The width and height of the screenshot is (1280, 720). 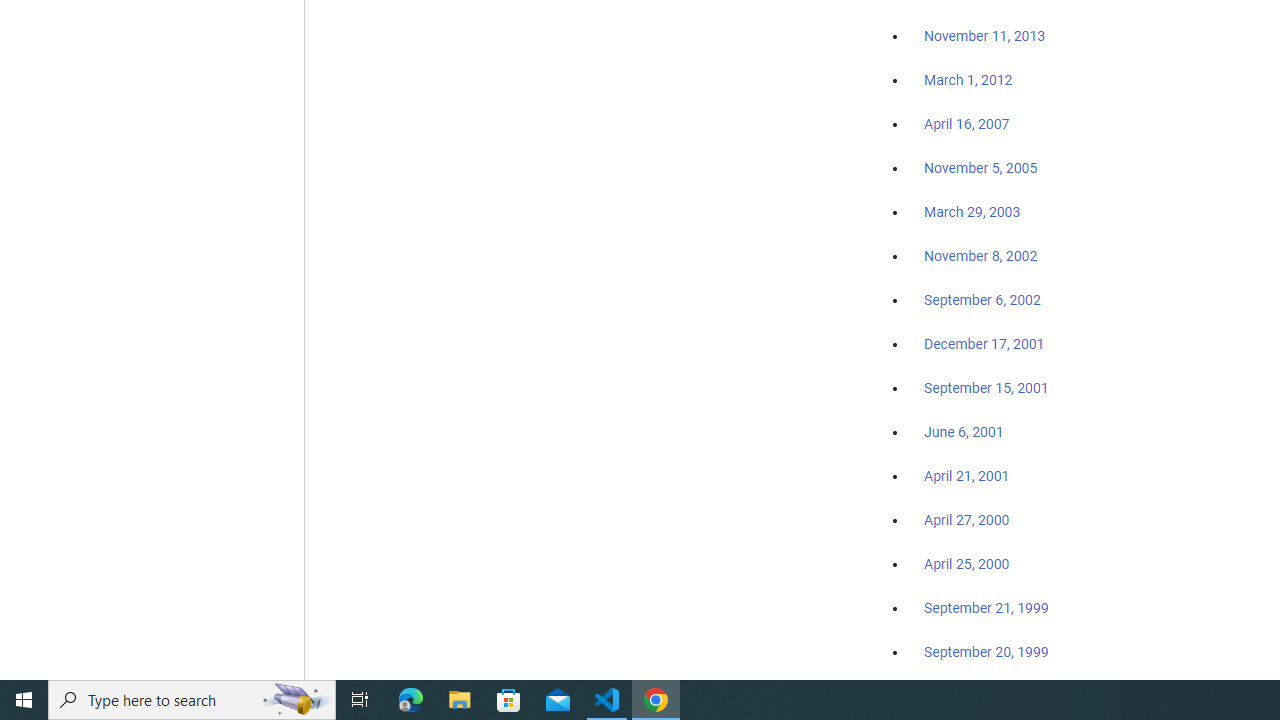 I want to click on 'November 8, 2002', so click(x=981, y=255).